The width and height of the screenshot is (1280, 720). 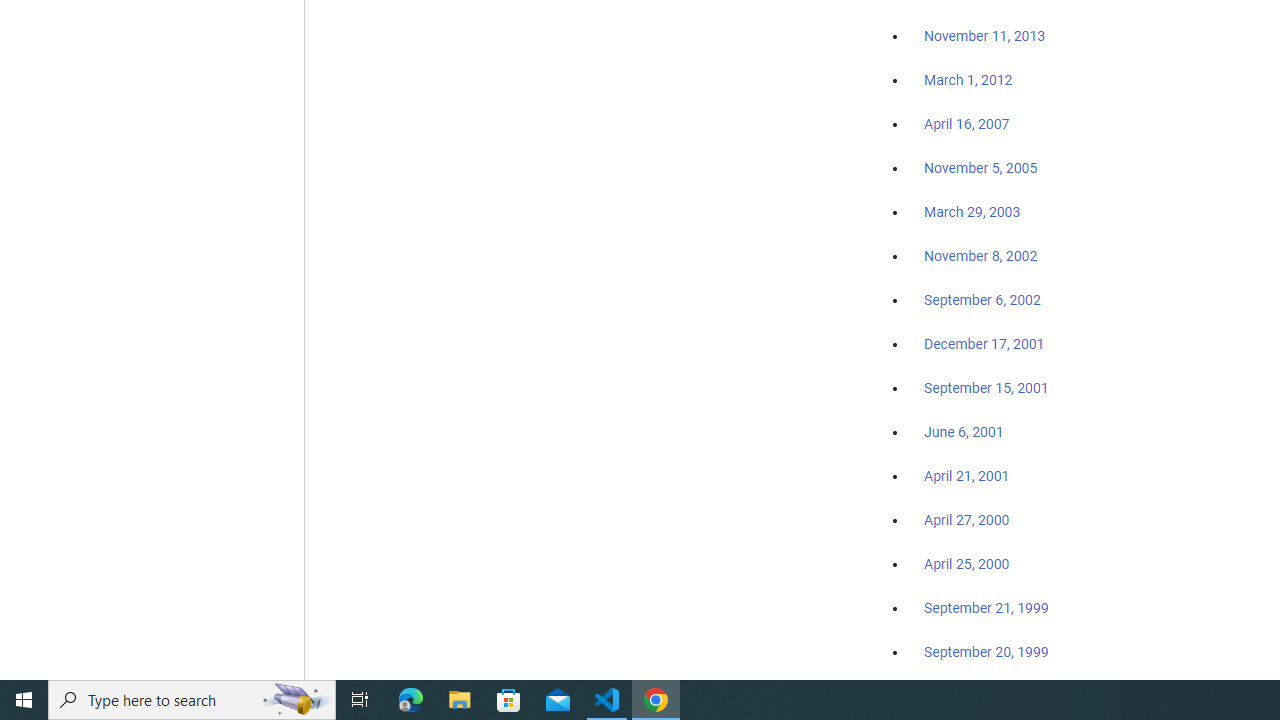 I want to click on 'November 8, 2002', so click(x=981, y=255).